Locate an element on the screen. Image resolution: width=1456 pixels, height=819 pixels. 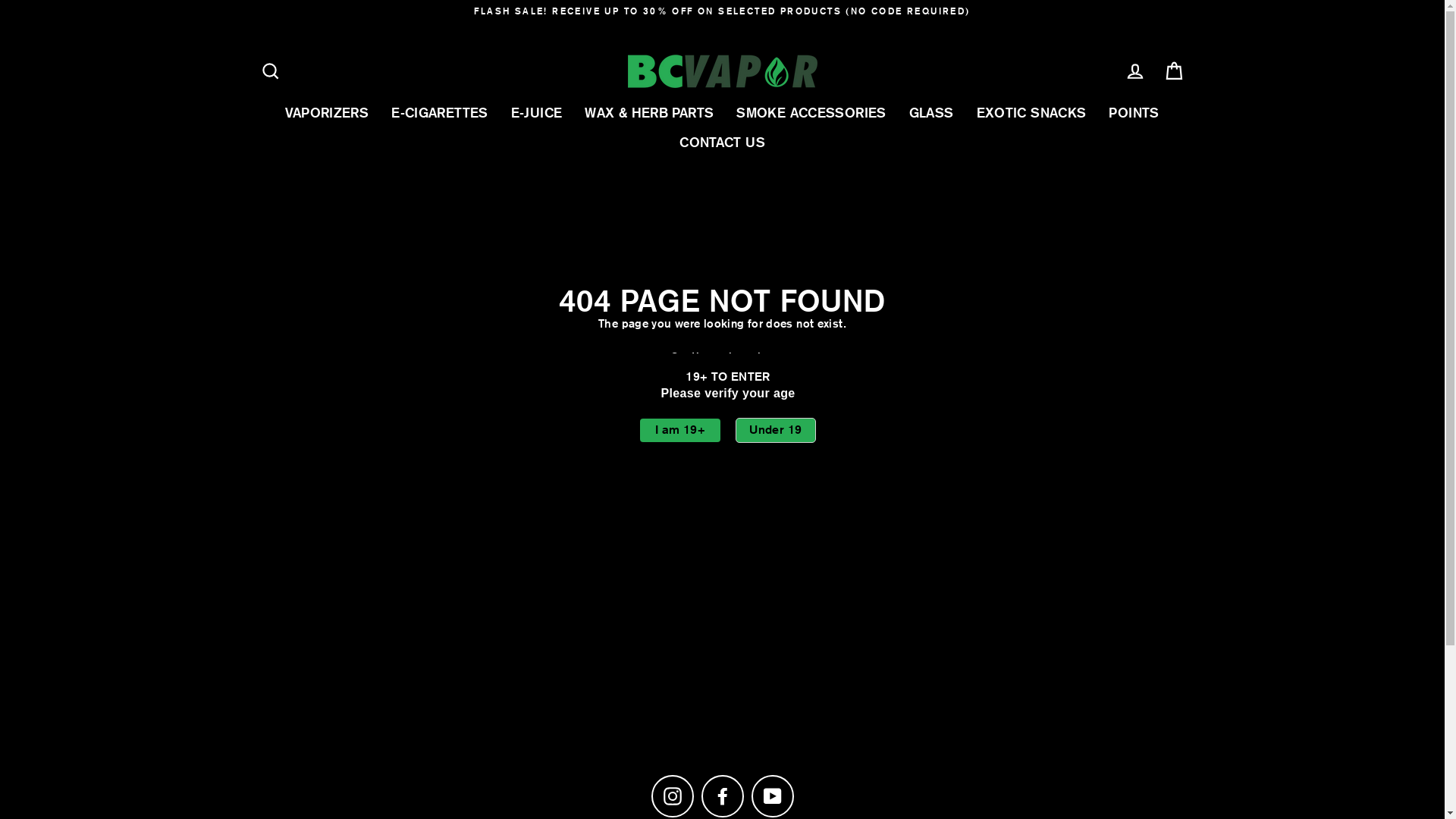
'I am 19+' is located at coordinates (679, 430).